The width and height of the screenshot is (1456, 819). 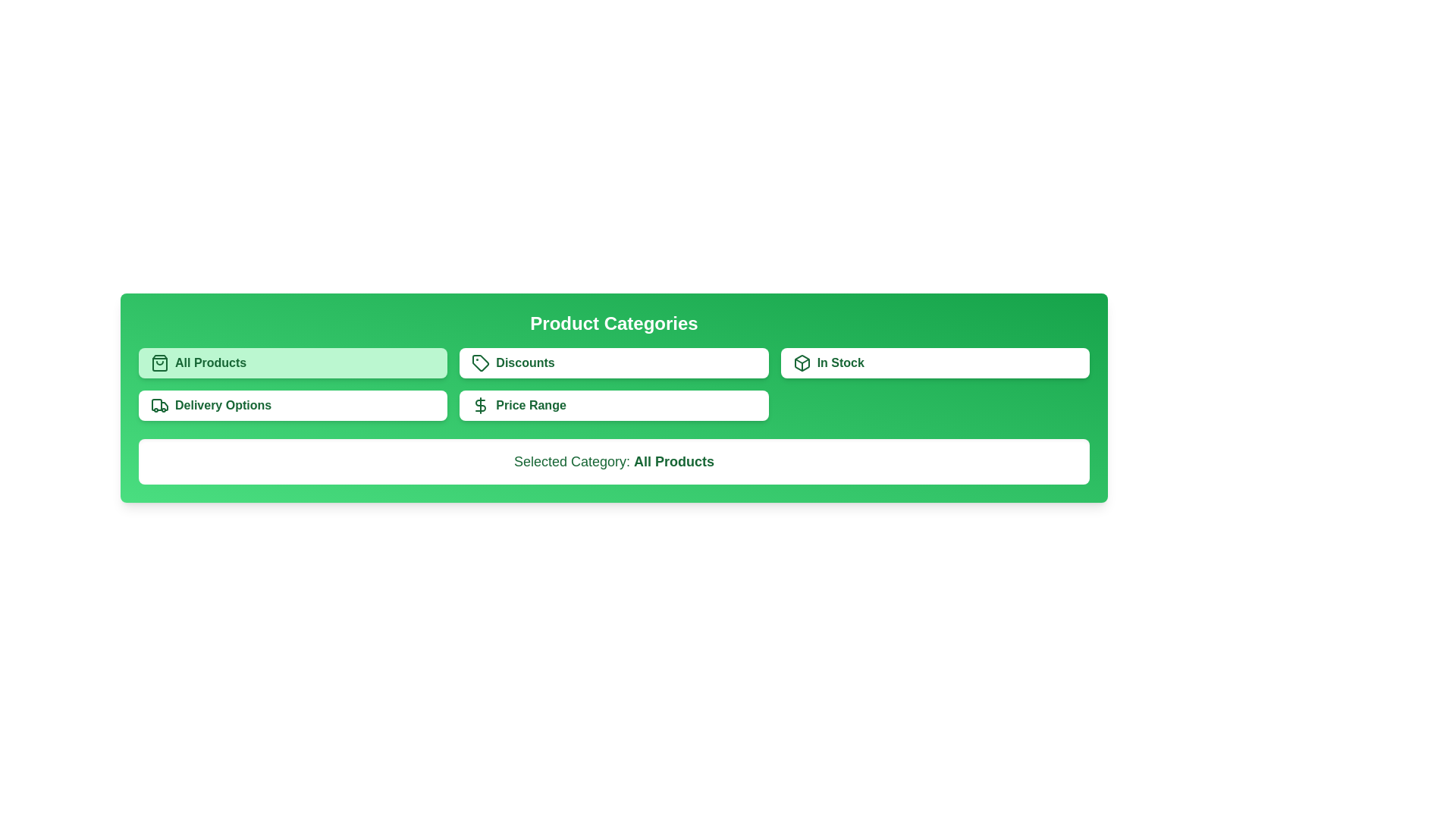 What do you see at coordinates (293, 362) in the screenshot?
I see `the category selection button located in the top-left corner of the grid layout to trigger a focus ring` at bounding box center [293, 362].